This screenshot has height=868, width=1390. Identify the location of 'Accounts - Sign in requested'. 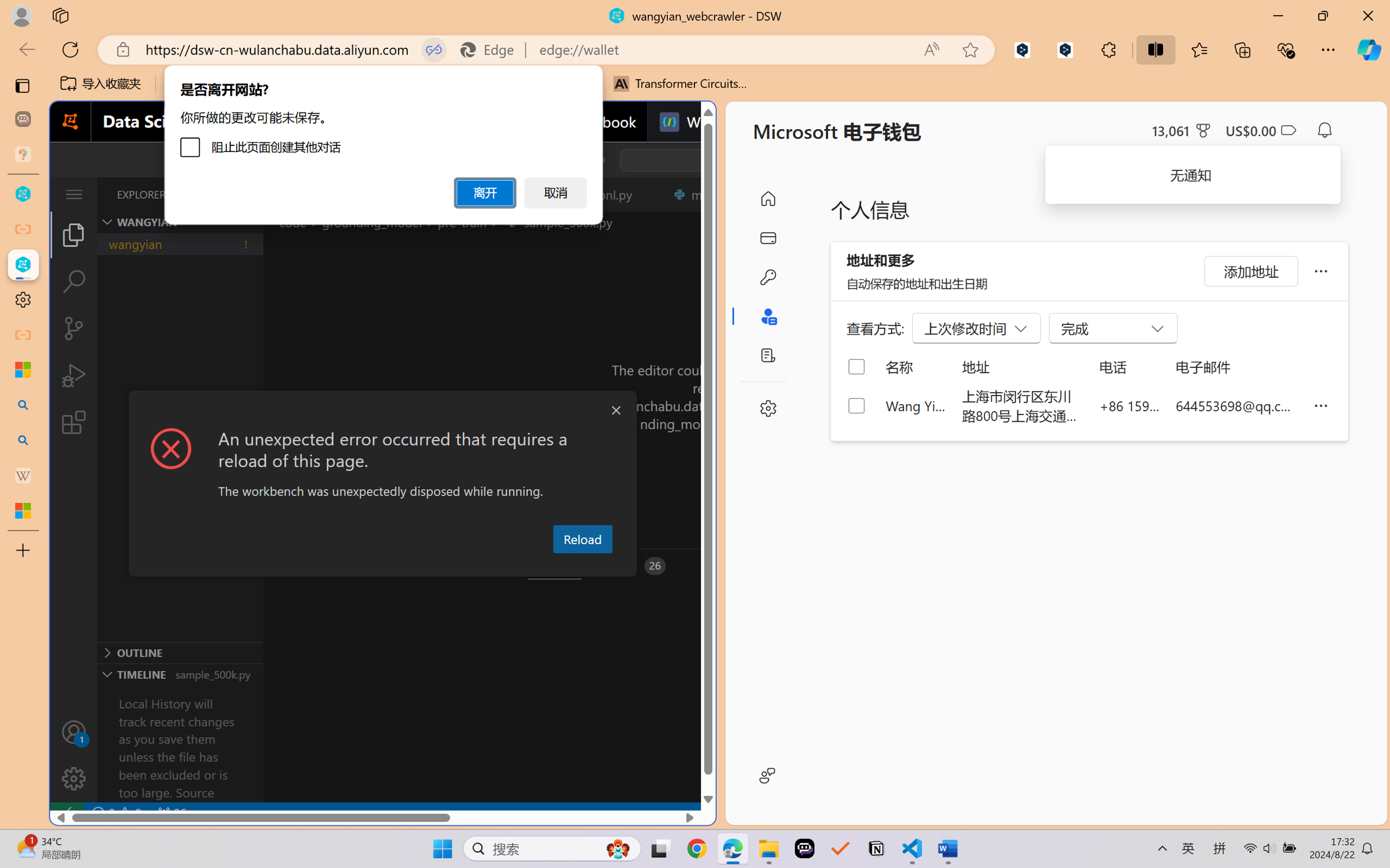
(73, 731).